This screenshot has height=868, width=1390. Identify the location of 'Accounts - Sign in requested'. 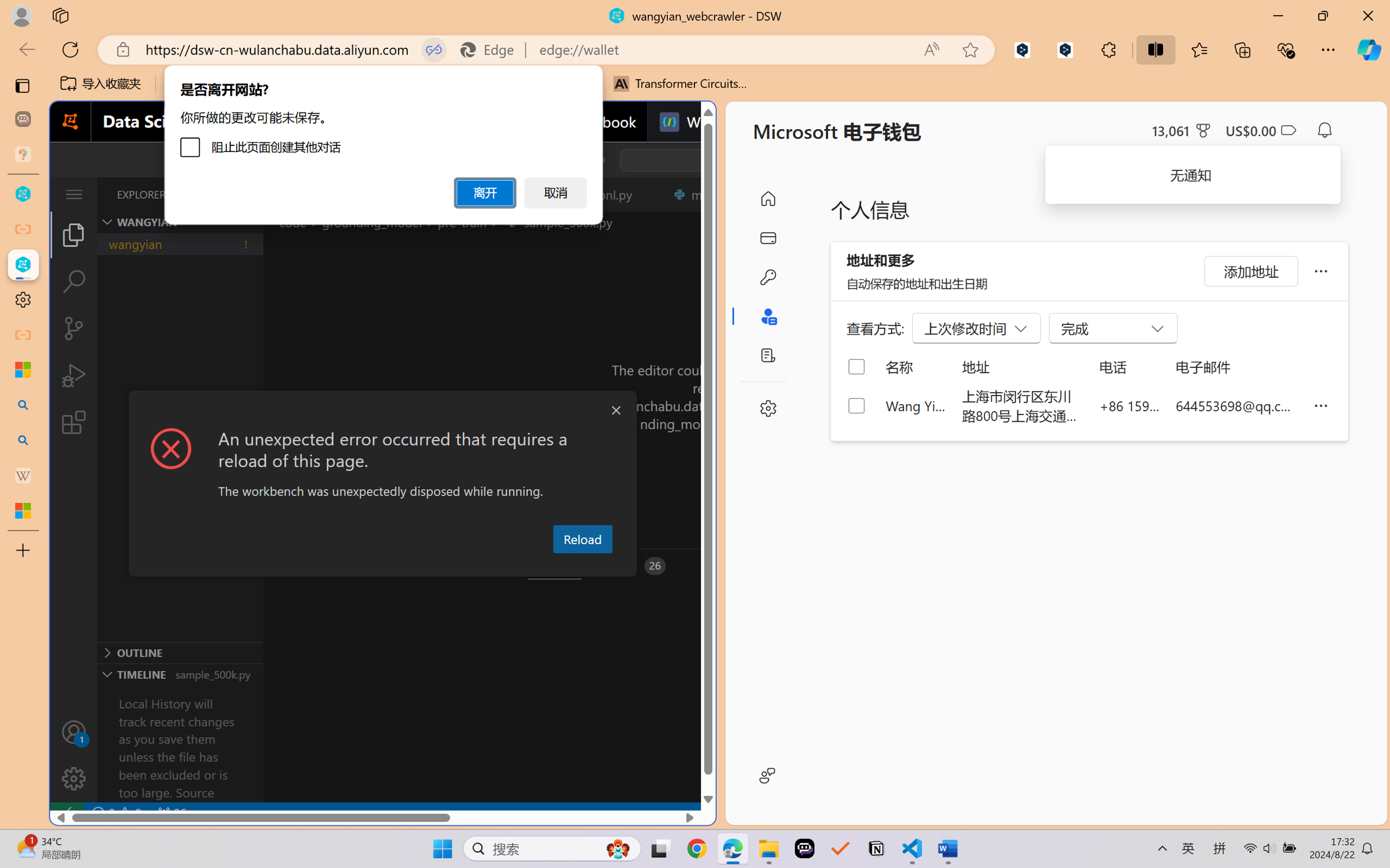
(73, 731).